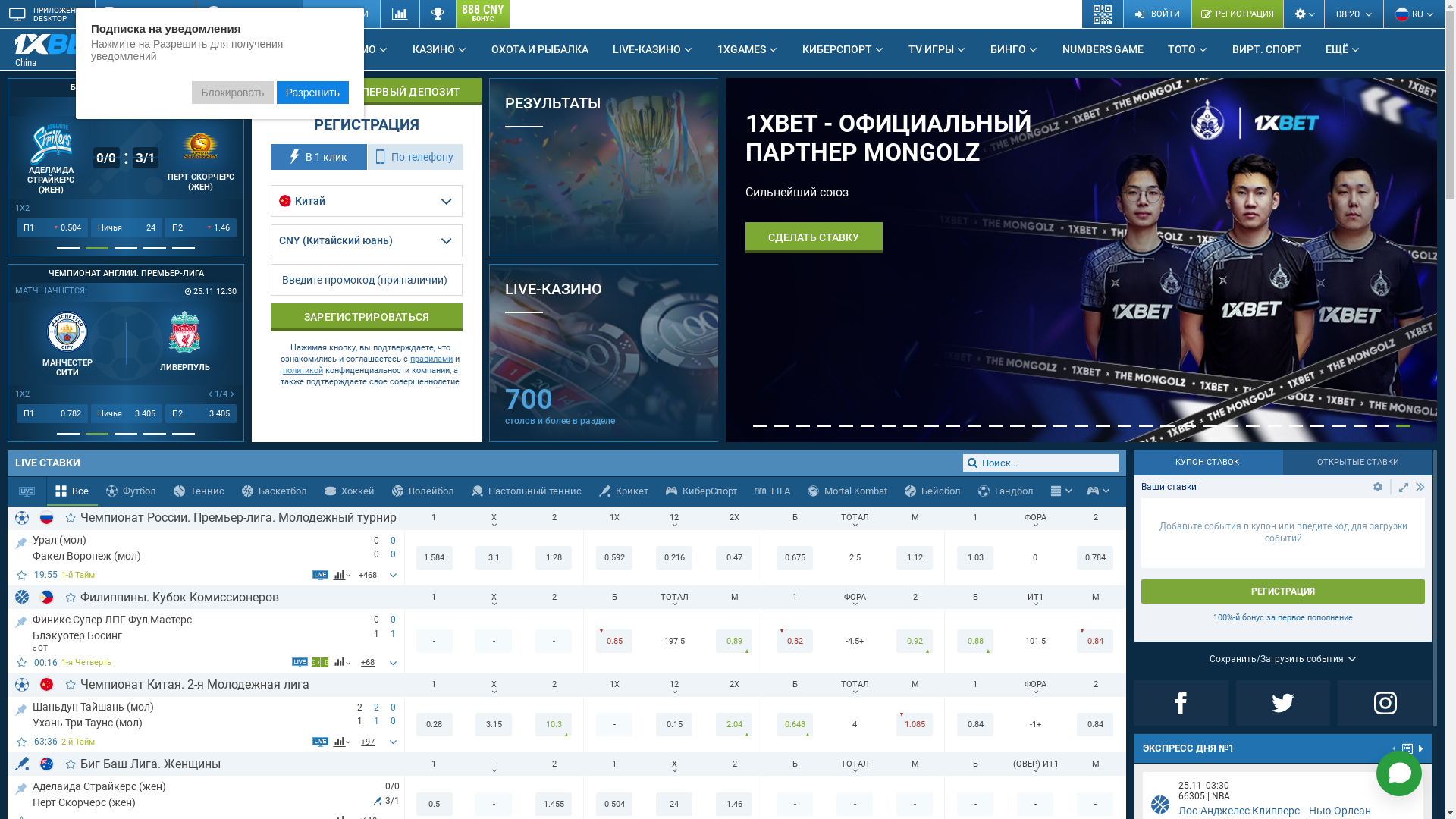  Describe the element at coordinates (71, 49) in the screenshot. I see `'China'` at that location.